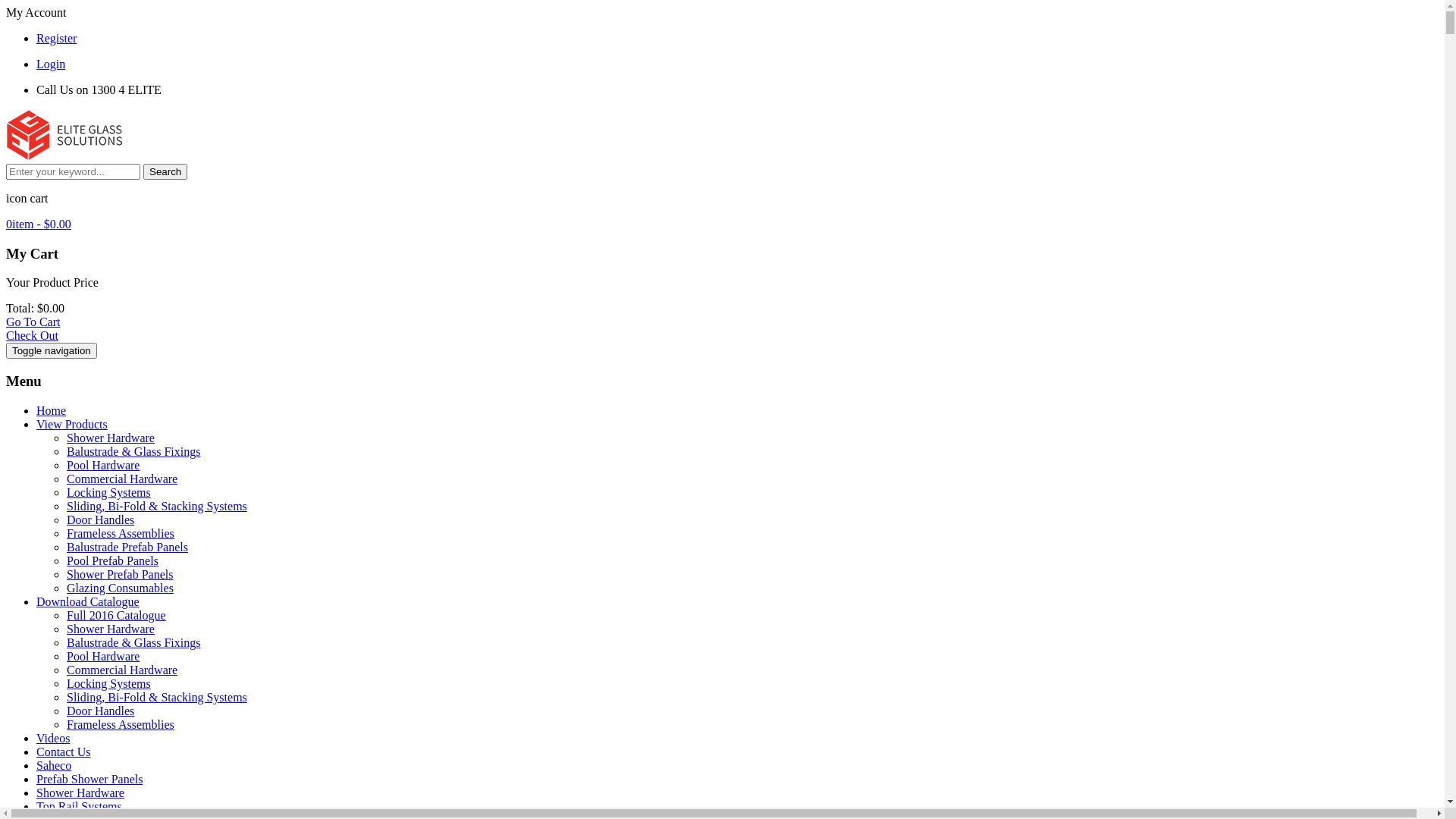  I want to click on 'Register', so click(36, 37).